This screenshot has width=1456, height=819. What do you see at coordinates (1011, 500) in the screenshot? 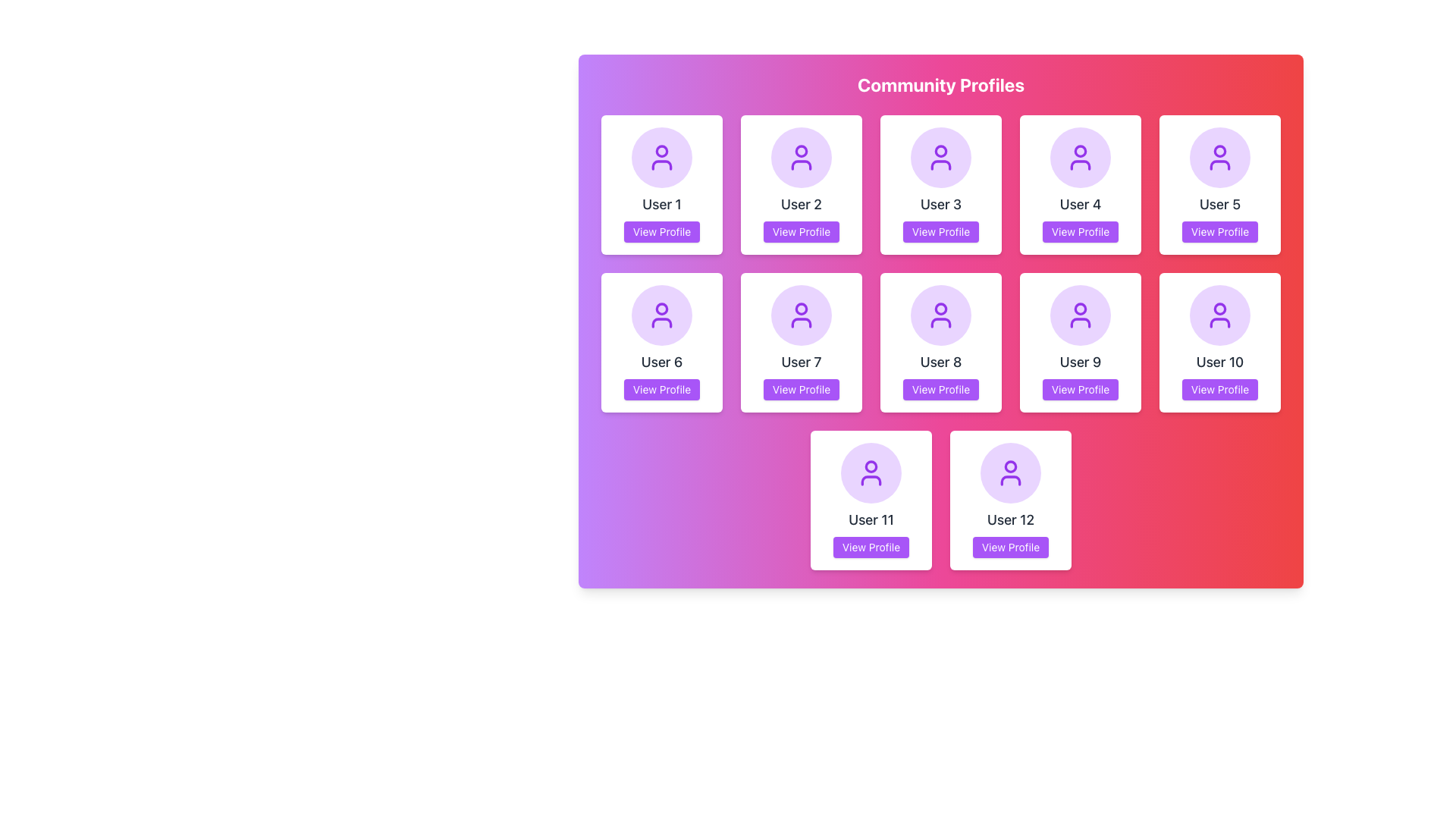
I see `the user profile display card located at the bottom right corner of the grid to observe visual hover effects` at bounding box center [1011, 500].